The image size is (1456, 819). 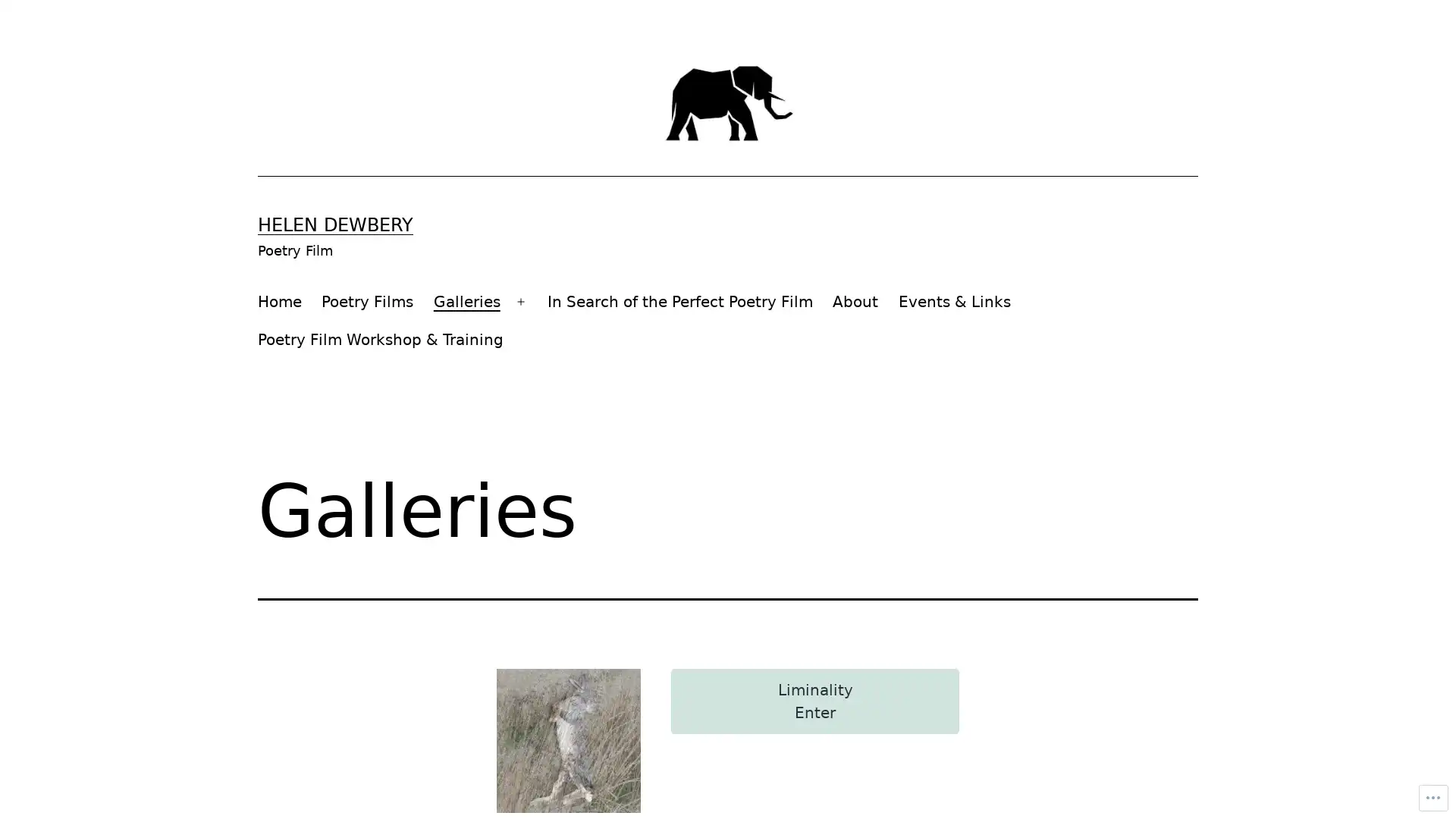 I want to click on Open menu, so click(x=520, y=301).